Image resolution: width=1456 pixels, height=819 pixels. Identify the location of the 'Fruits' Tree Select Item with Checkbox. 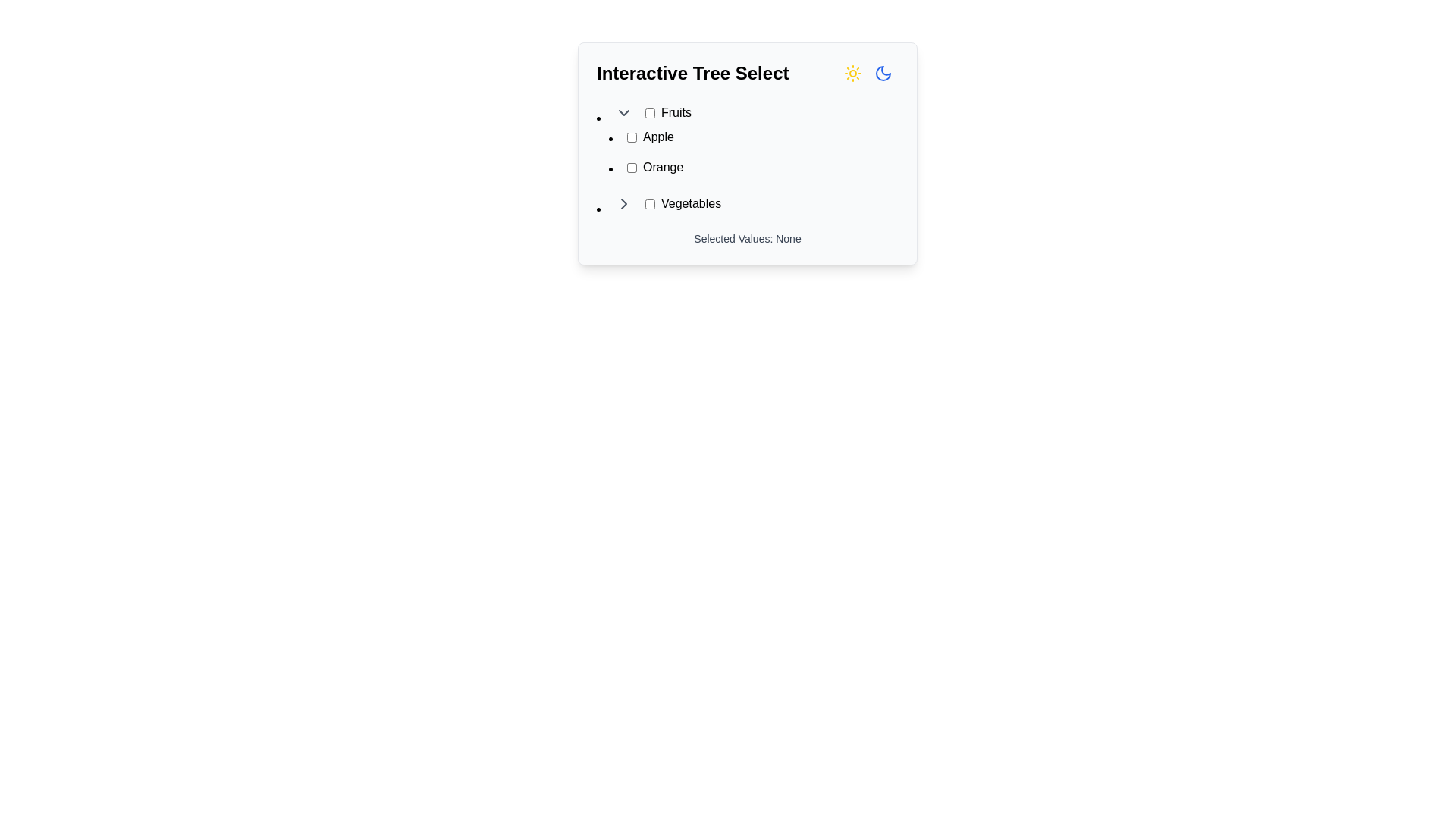
(747, 112).